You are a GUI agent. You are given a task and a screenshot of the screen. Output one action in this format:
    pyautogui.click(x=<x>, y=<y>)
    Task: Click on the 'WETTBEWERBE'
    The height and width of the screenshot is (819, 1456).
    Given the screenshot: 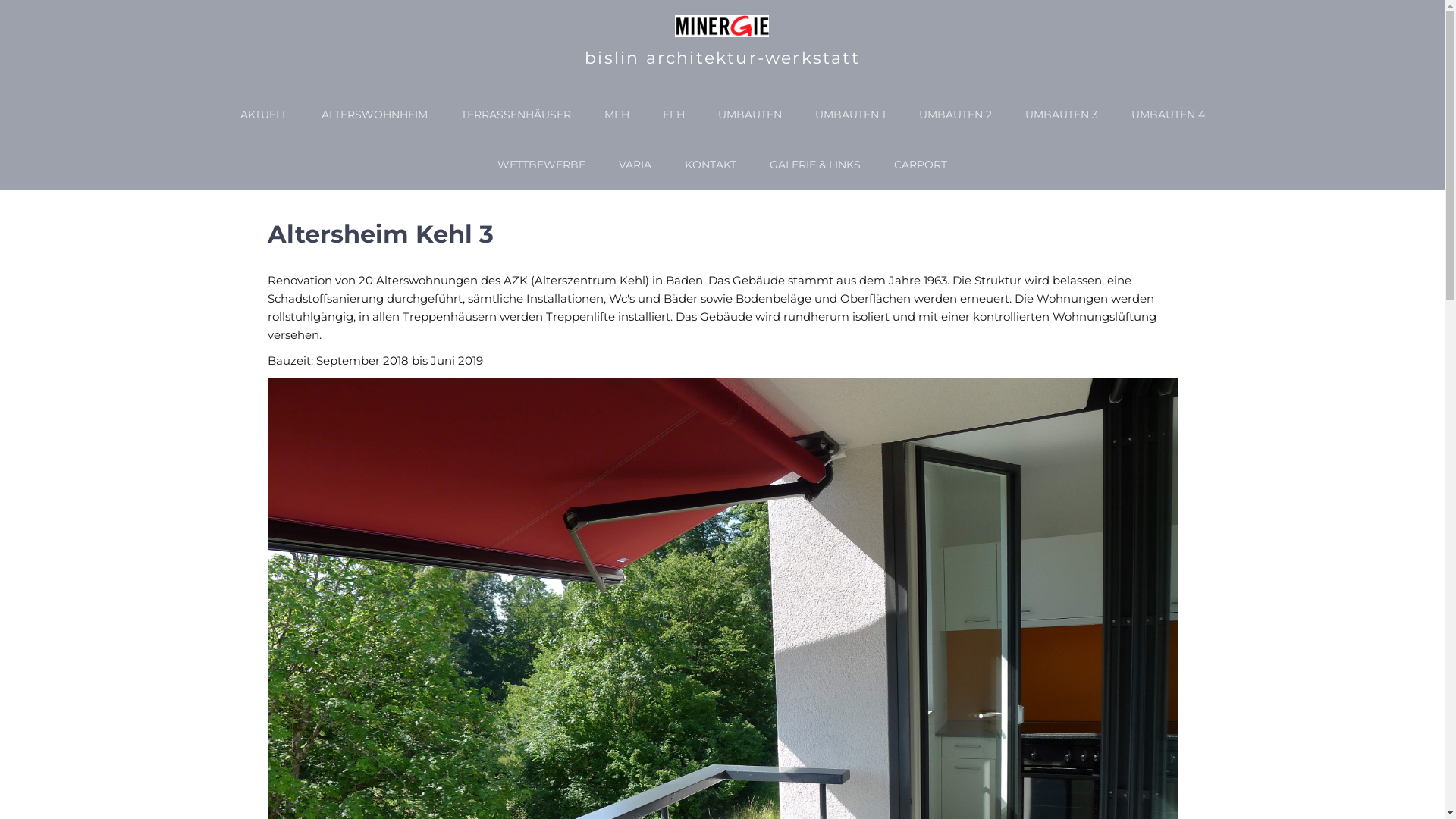 What is the action you would take?
    pyautogui.click(x=541, y=164)
    